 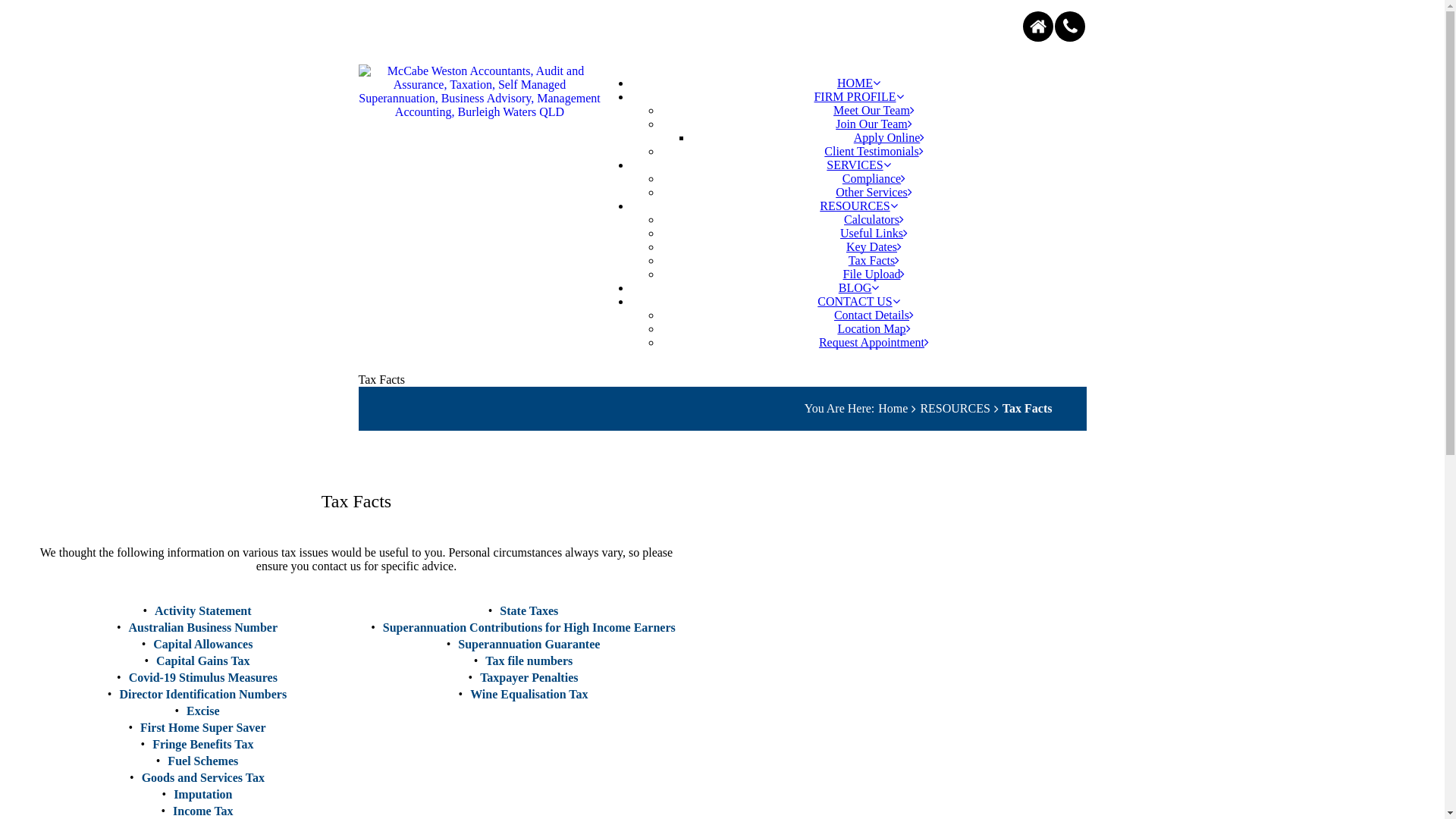 What do you see at coordinates (529, 694) in the screenshot?
I see `'Wine Equalisation Tax'` at bounding box center [529, 694].